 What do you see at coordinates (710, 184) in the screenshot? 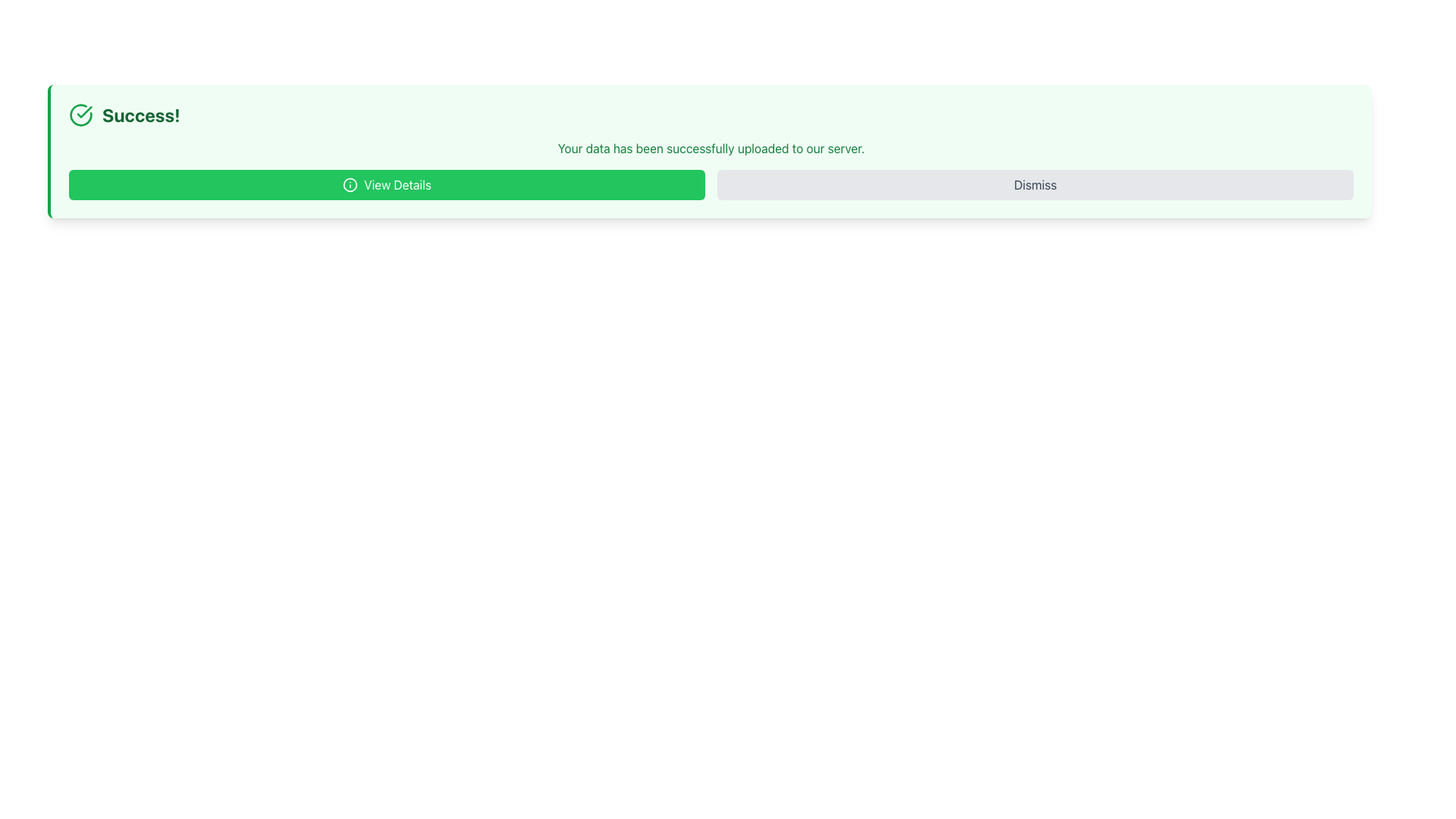
I see `the left section of the A button group labeled 'View Details' which is styled with a green background and located below the message 'Your data has been successfully uploaded to our server.'` at bounding box center [710, 184].